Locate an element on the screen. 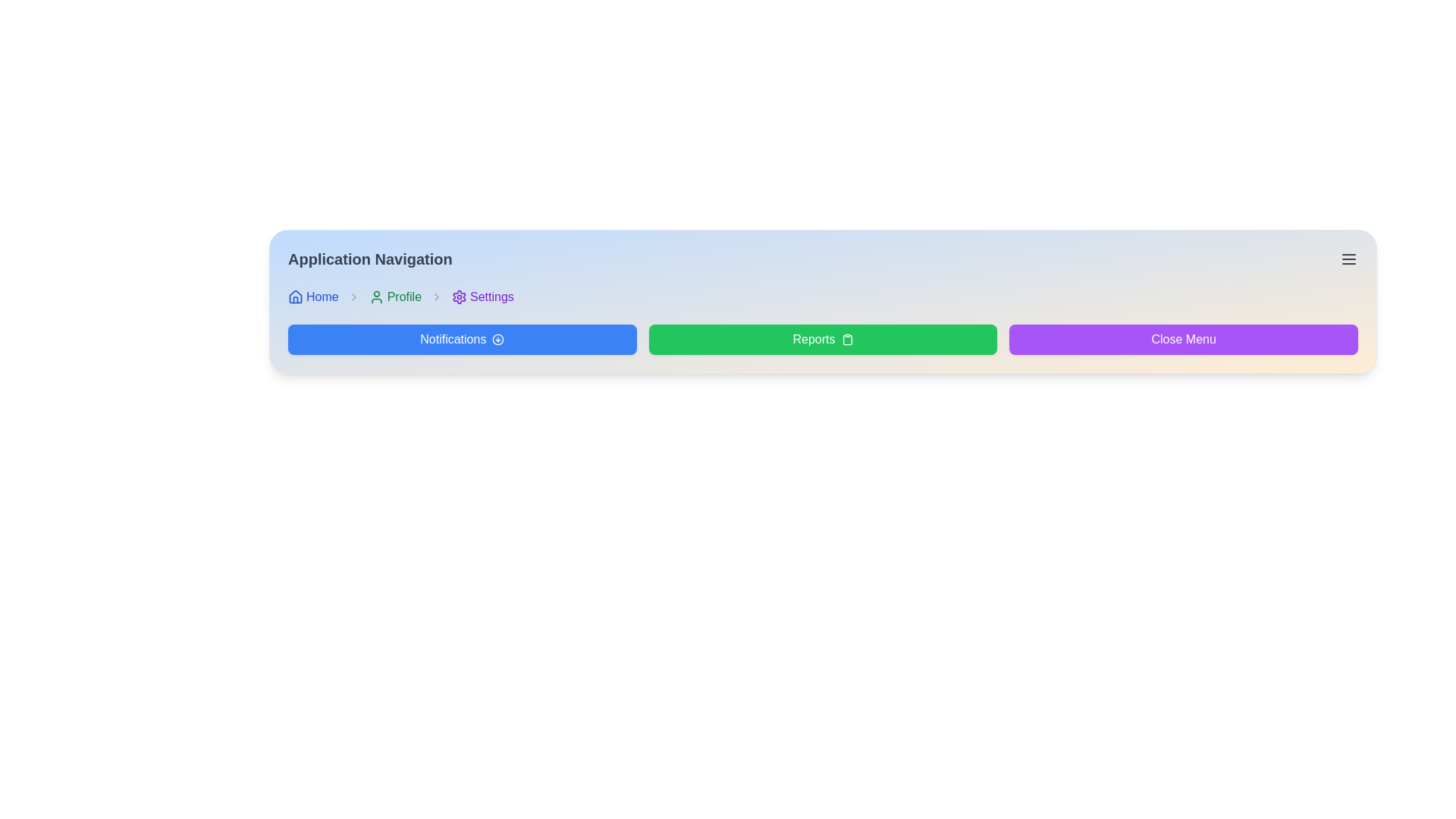 This screenshot has width=1456, height=819. the second hyperlink in the navigation bar is located at coordinates (395, 297).